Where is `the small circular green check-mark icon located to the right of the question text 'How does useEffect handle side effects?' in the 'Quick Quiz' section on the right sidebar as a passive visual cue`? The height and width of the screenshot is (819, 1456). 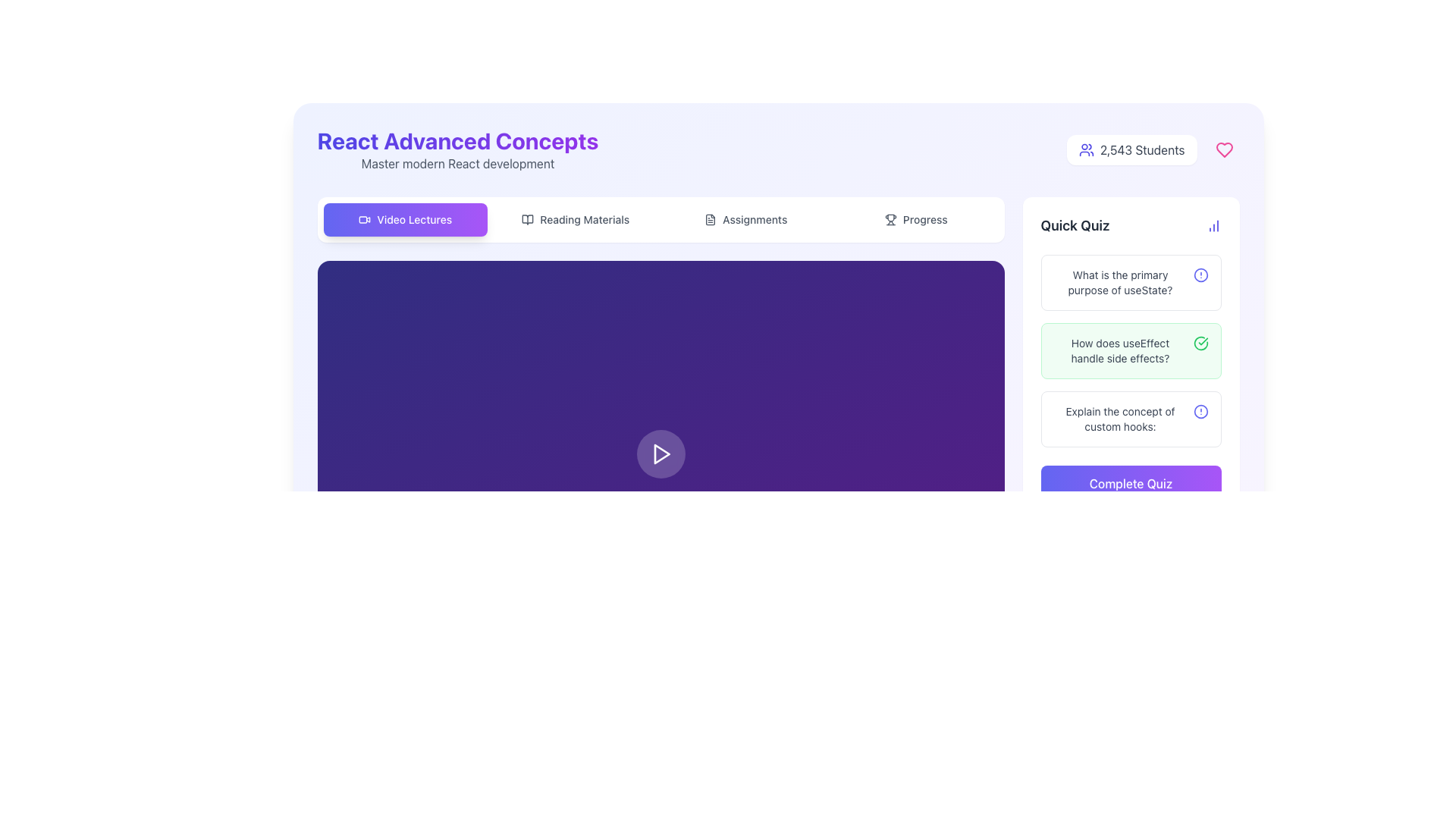 the small circular green check-mark icon located to the right of the question text 'How does useEffect handle side effects?' in the 'Quick Quiz' section on the right sidebar as a passive visual cue is located at coordinates (1200, 343).